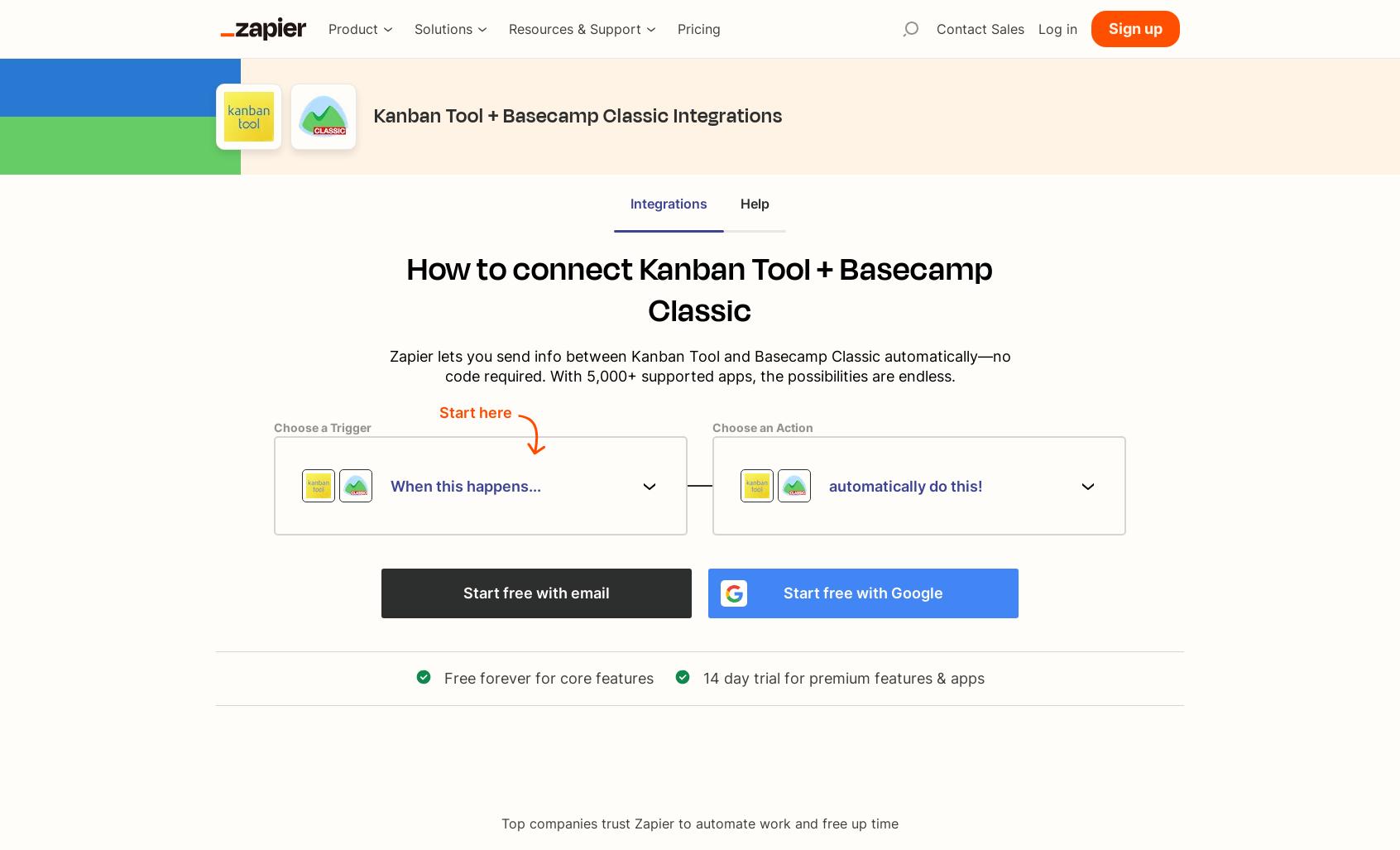 The height and width of the screenshot is (850, 1400). I want to click on 'for premium features & apps', so click(882, 678).